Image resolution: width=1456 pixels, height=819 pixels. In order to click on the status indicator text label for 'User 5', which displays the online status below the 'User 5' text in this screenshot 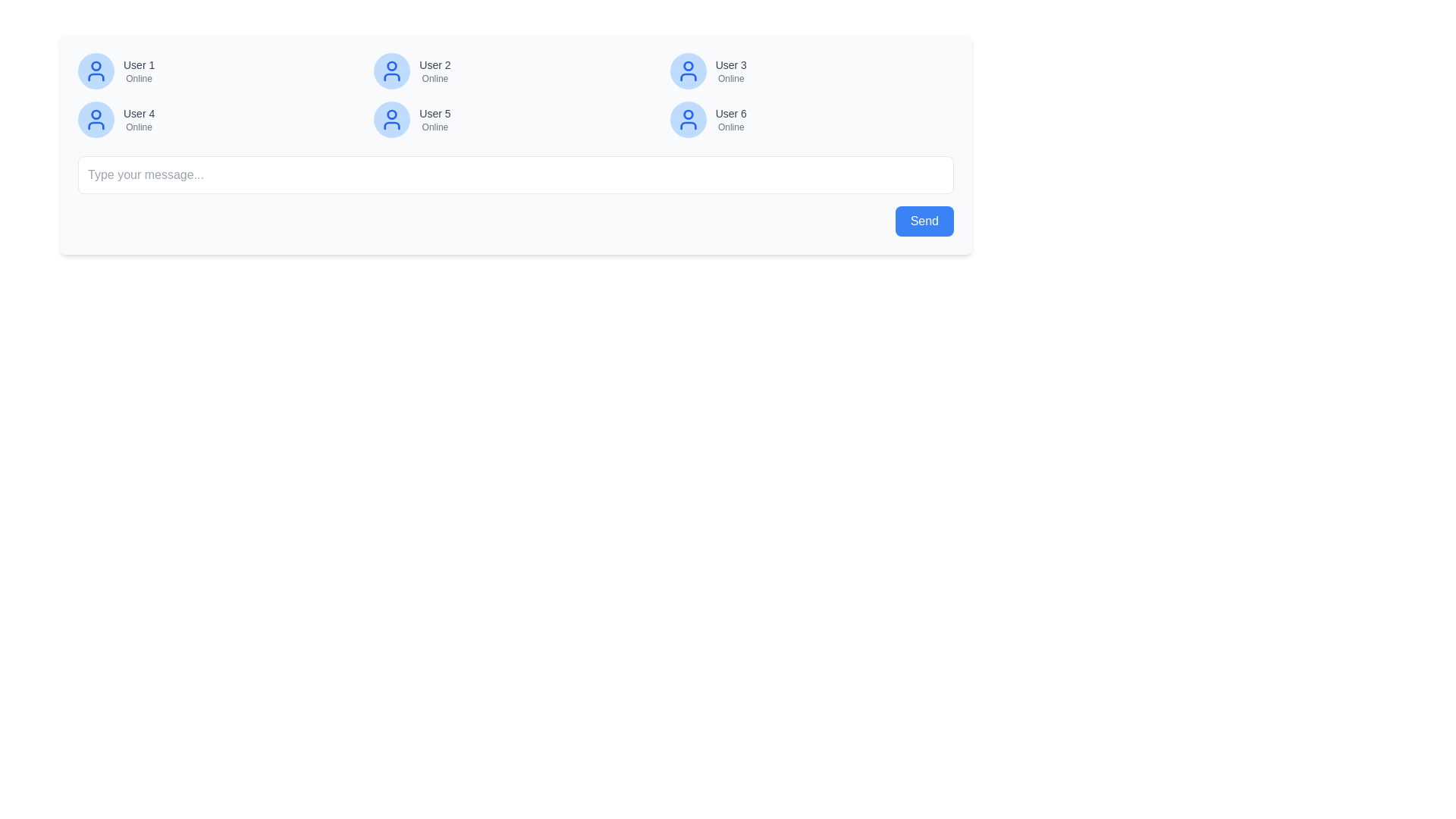, I will do `click(434, 127)`.